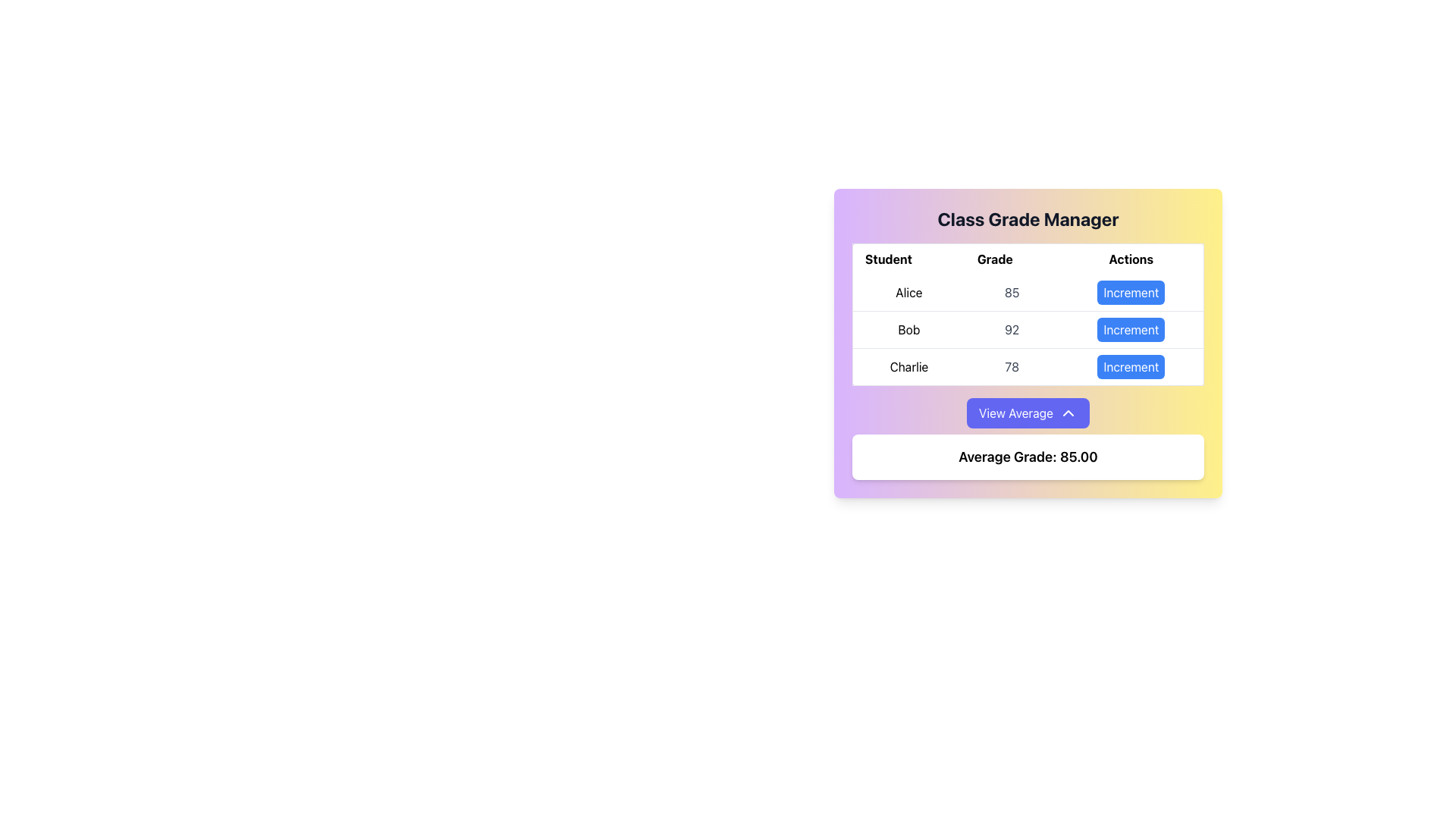 The image size is (1456, 819). Describe the element at coordinates (1131, 293) in the screenshot. I see `the 'Increment' button with a blue background and white text, located in the 'Actions' column corresponding to the row labeled 'Alice'` at that location.